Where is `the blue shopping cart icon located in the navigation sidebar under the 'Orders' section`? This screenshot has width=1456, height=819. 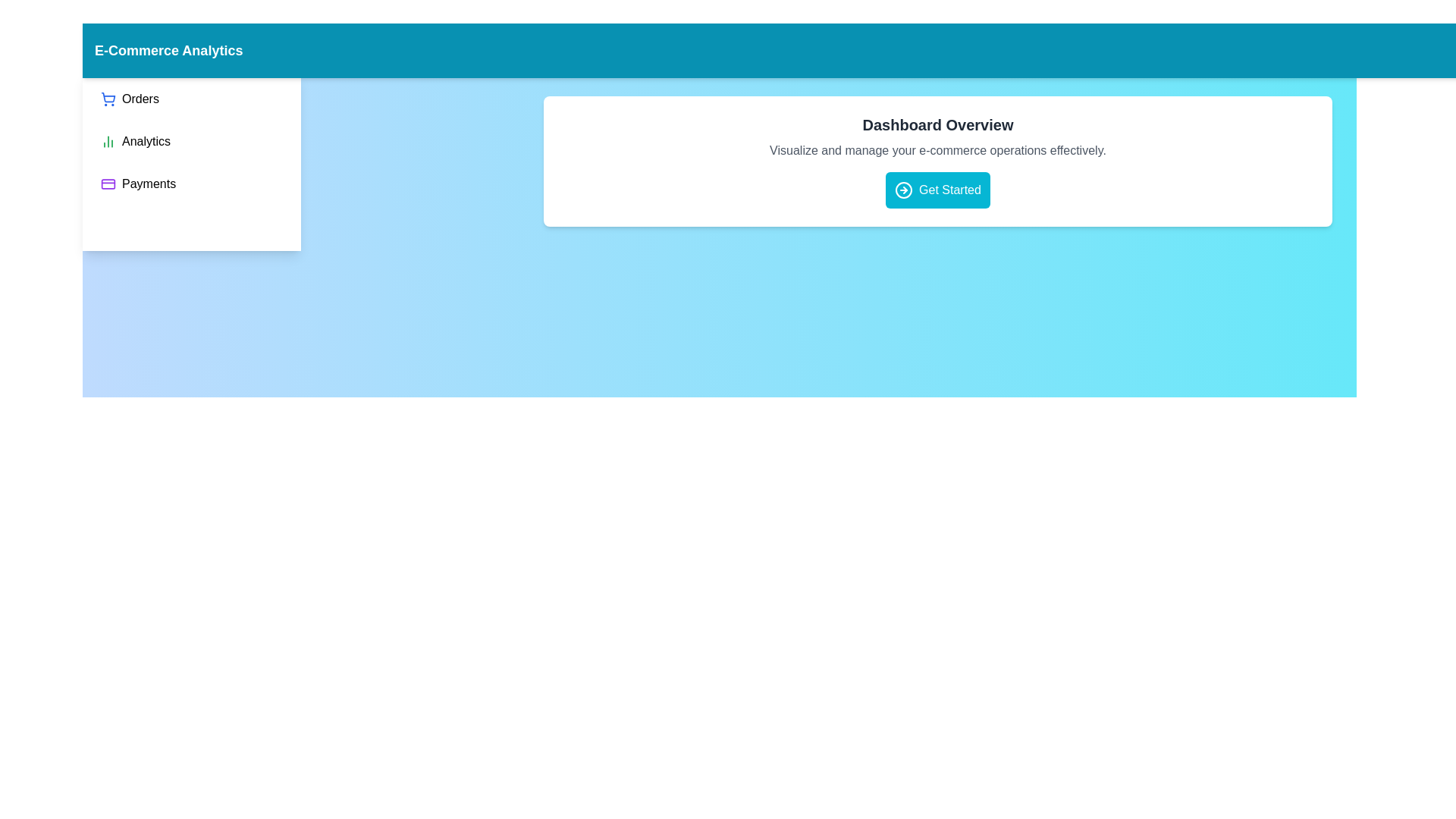
the blue shopping cart icon located in the navigation sidebar under the 'Orders' section is located at coordinates (108, 97).